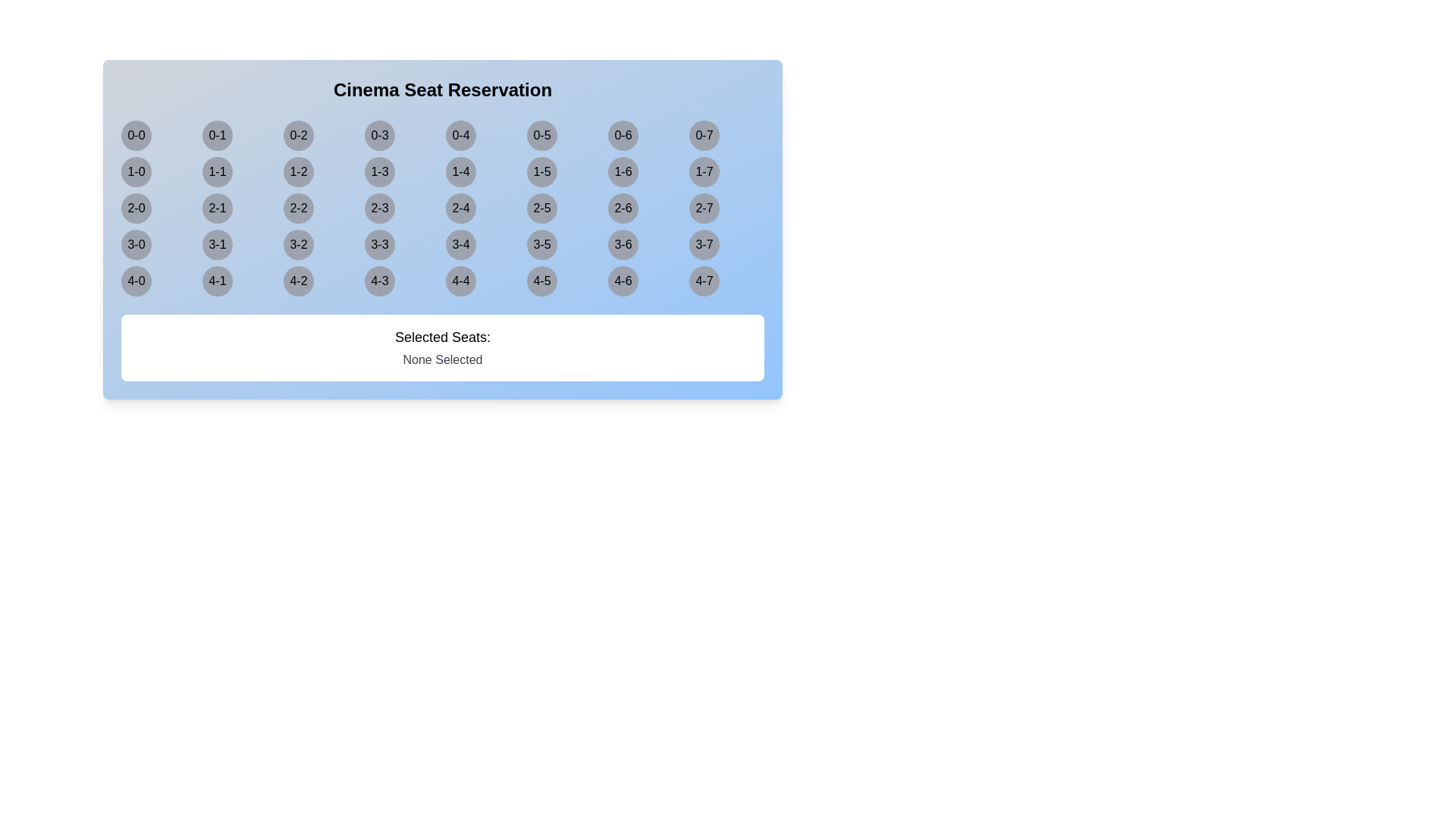  What do you see at coordinates (217, 244) in the screenshot?
I see `the circular button labeled '3-1' located in the second column of the fourth row in the grid layout for selecting or deselecting the seat` at bounding box center [217, 244].